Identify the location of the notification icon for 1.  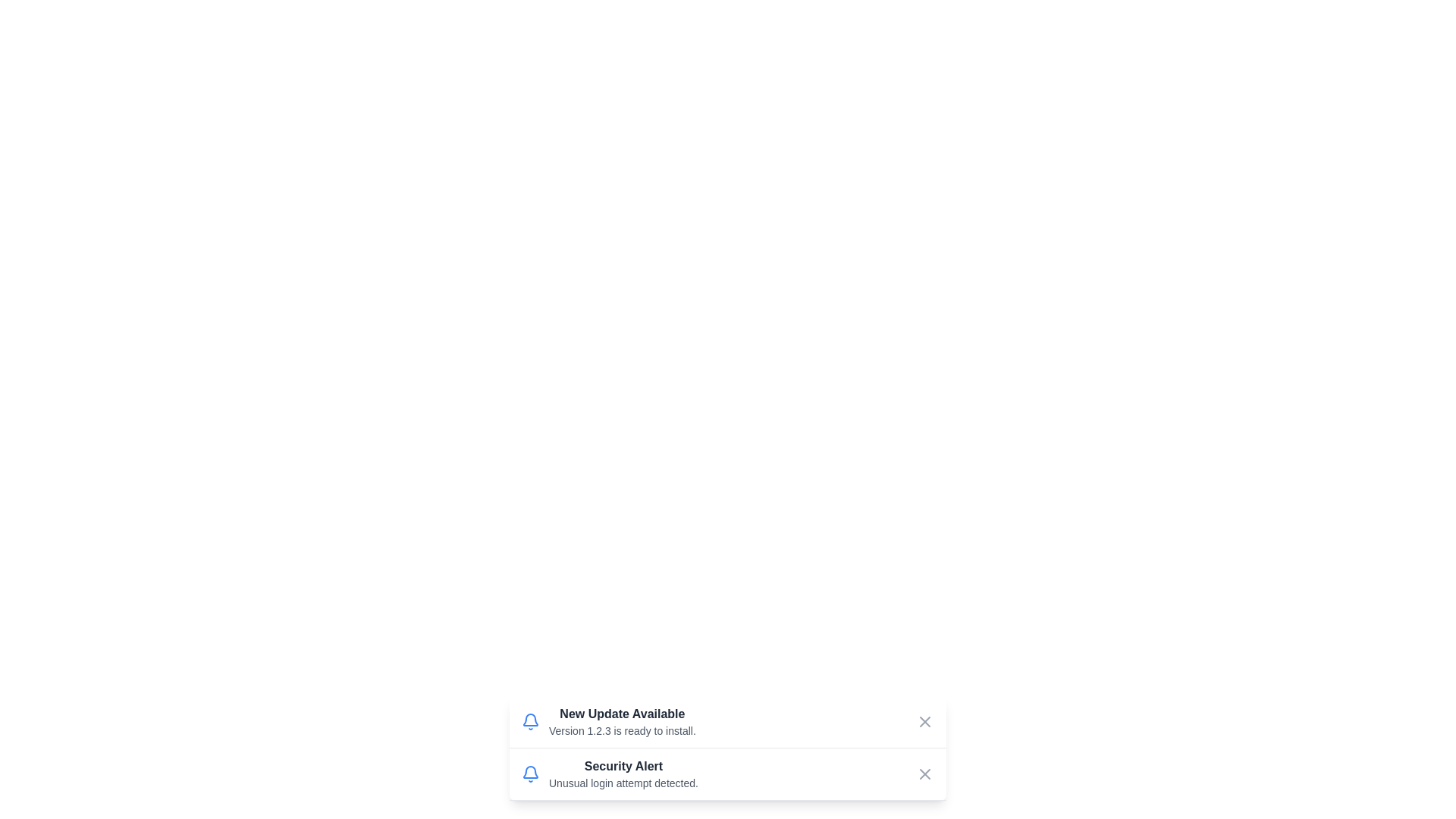
(531, 721).